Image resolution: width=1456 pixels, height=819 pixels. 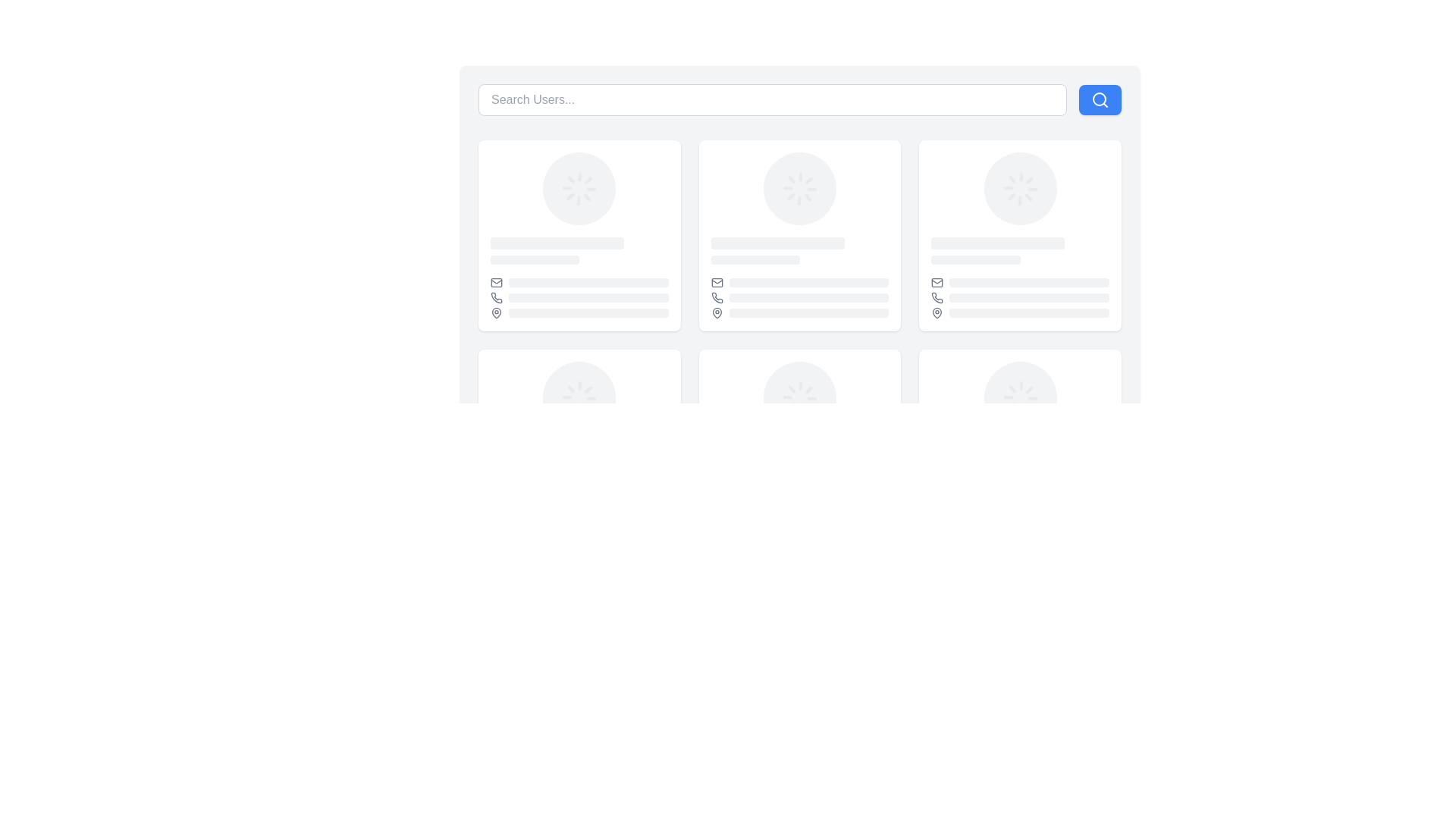 What do you see at coordinates (1020, 312) in the screenshot?
I see `third Placeholder element containing an icon and a loading bar visually by clicking on it` at bounding box center [1020, 312].